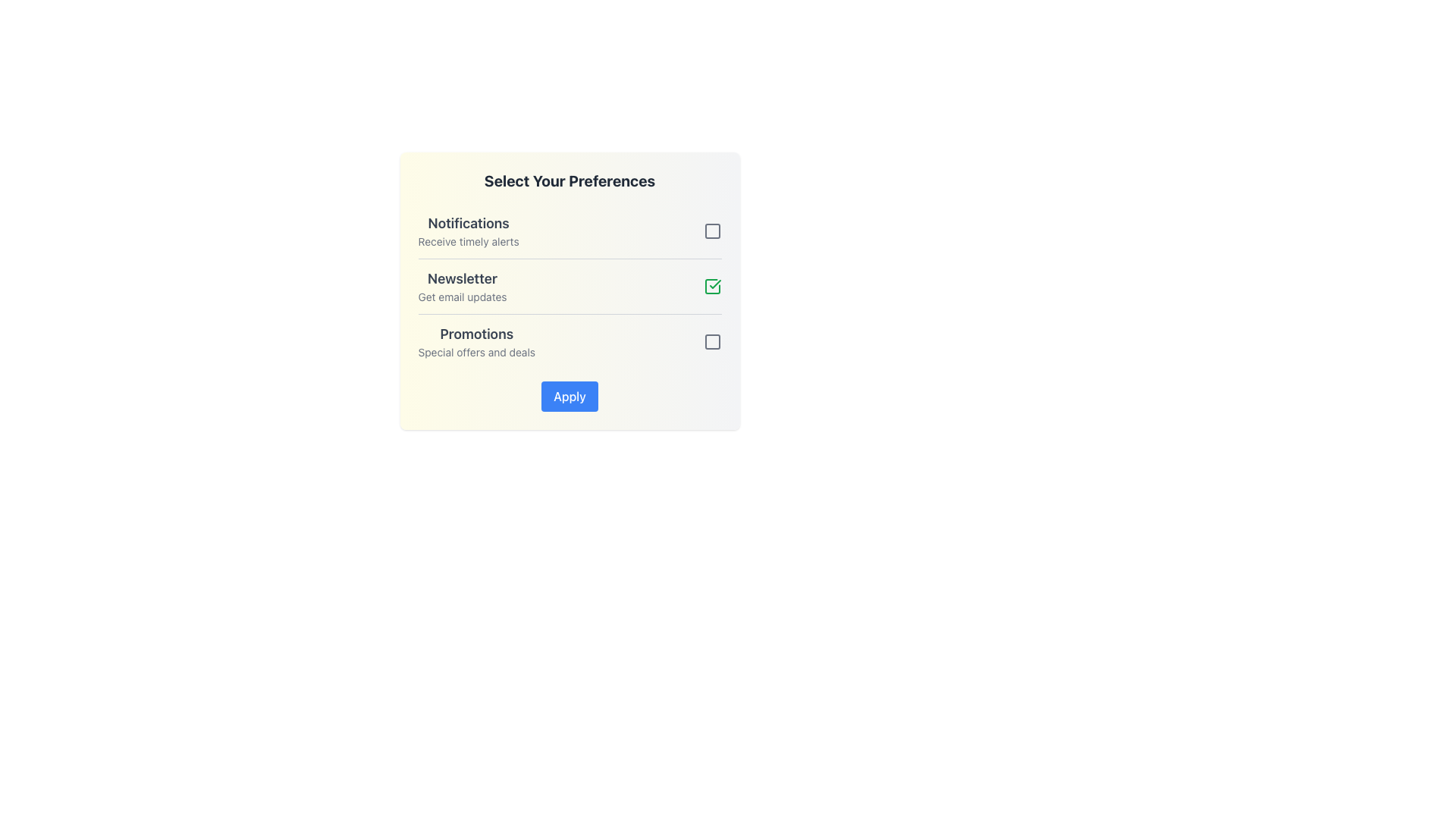 The height and width of the screenshot is (819, 1456). I want to click on text content of the 'Newsletter' header and its subtitle 'Get email updates' which is located between the 'Notifications' and 'Promotions' options, so click(461, 287).